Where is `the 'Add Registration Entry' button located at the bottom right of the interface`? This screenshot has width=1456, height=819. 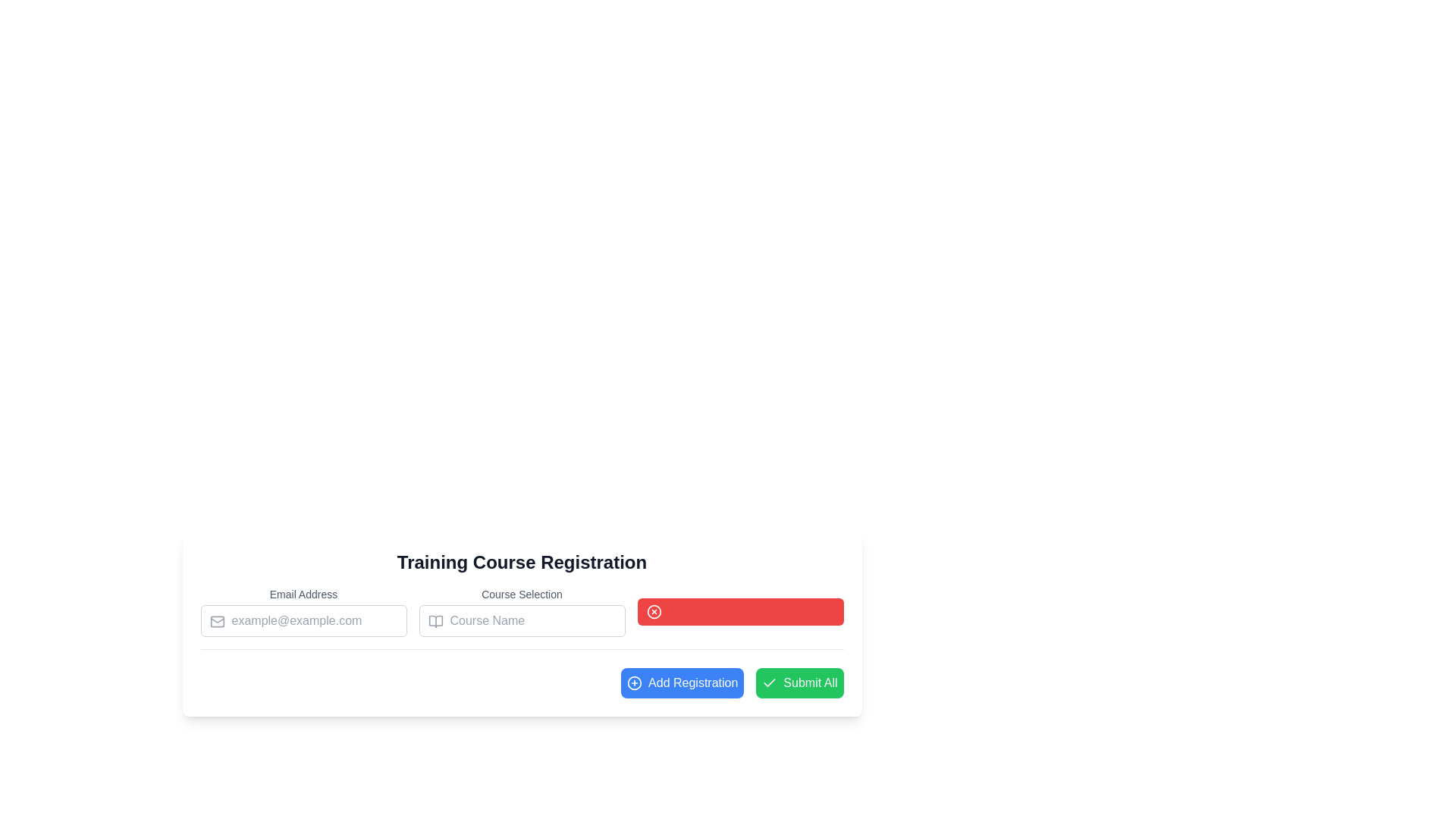
the 'Add Registration Entry' button located at the bottom right of the interface is located at coordinates (682, 683).